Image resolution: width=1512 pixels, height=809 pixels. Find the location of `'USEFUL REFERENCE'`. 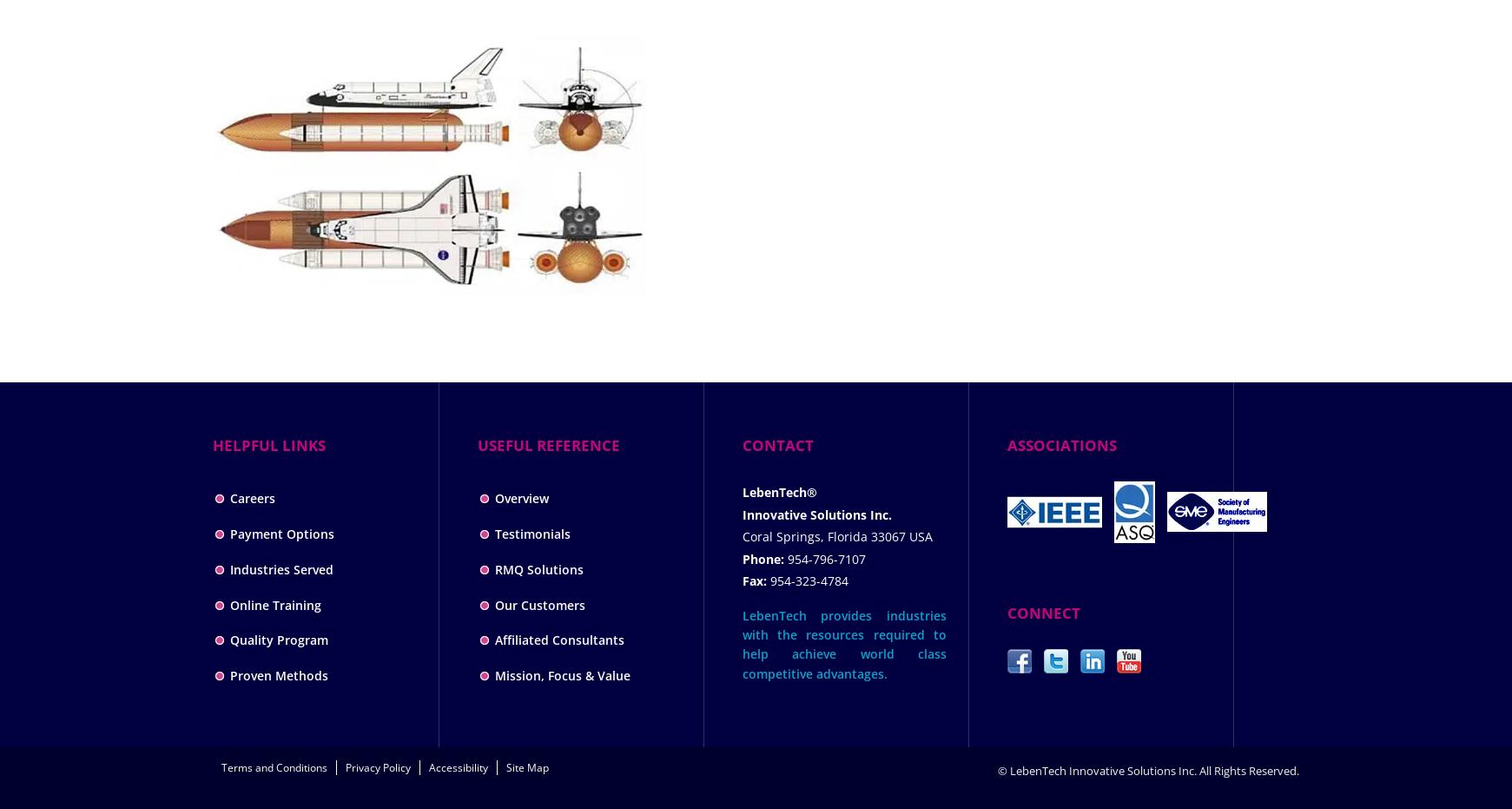

'USEFUL REFERENCE' is located at coordinates (476, 445).